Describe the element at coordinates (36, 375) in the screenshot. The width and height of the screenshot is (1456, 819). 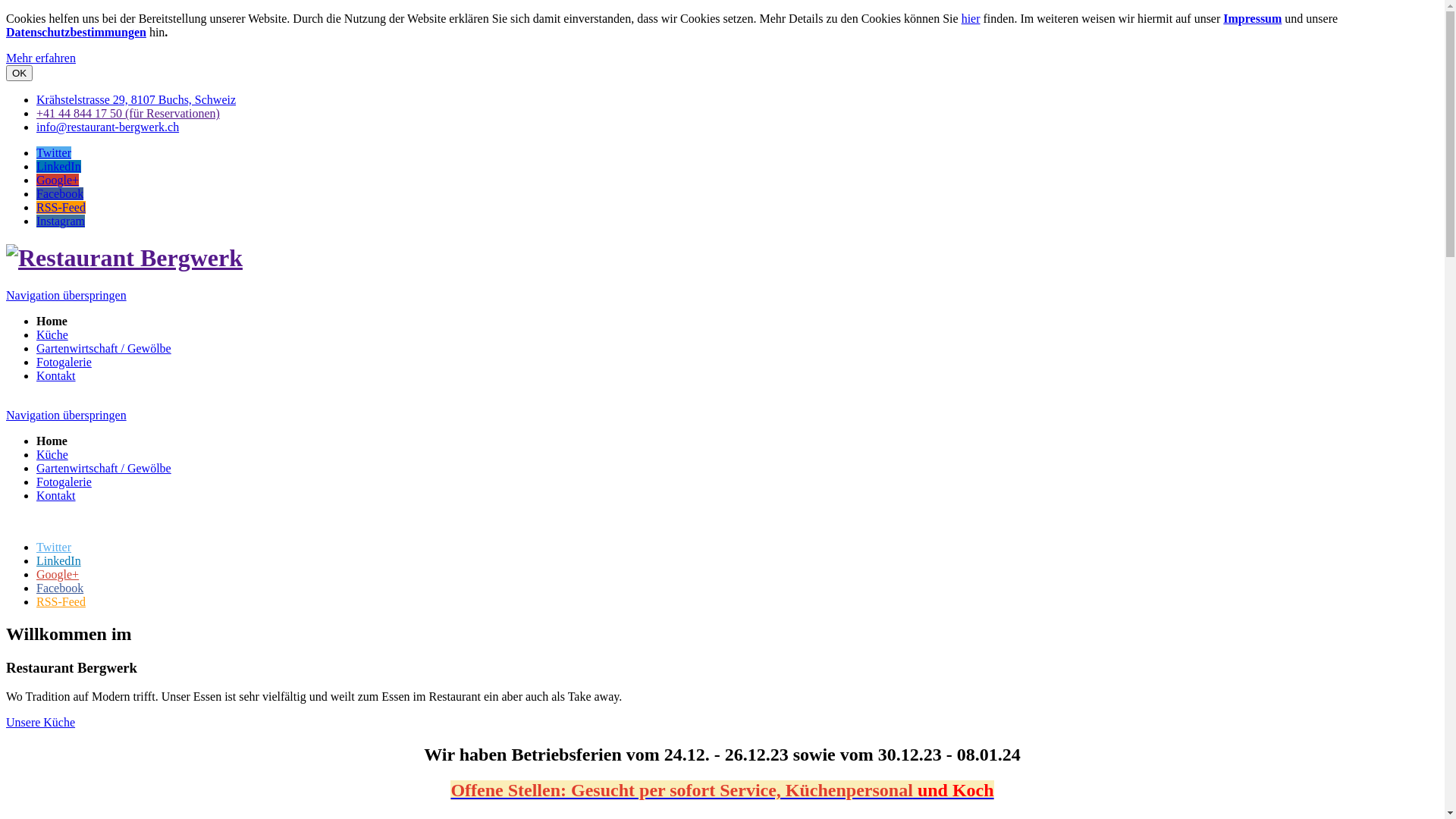
I see `'Kontakt'` at that location.